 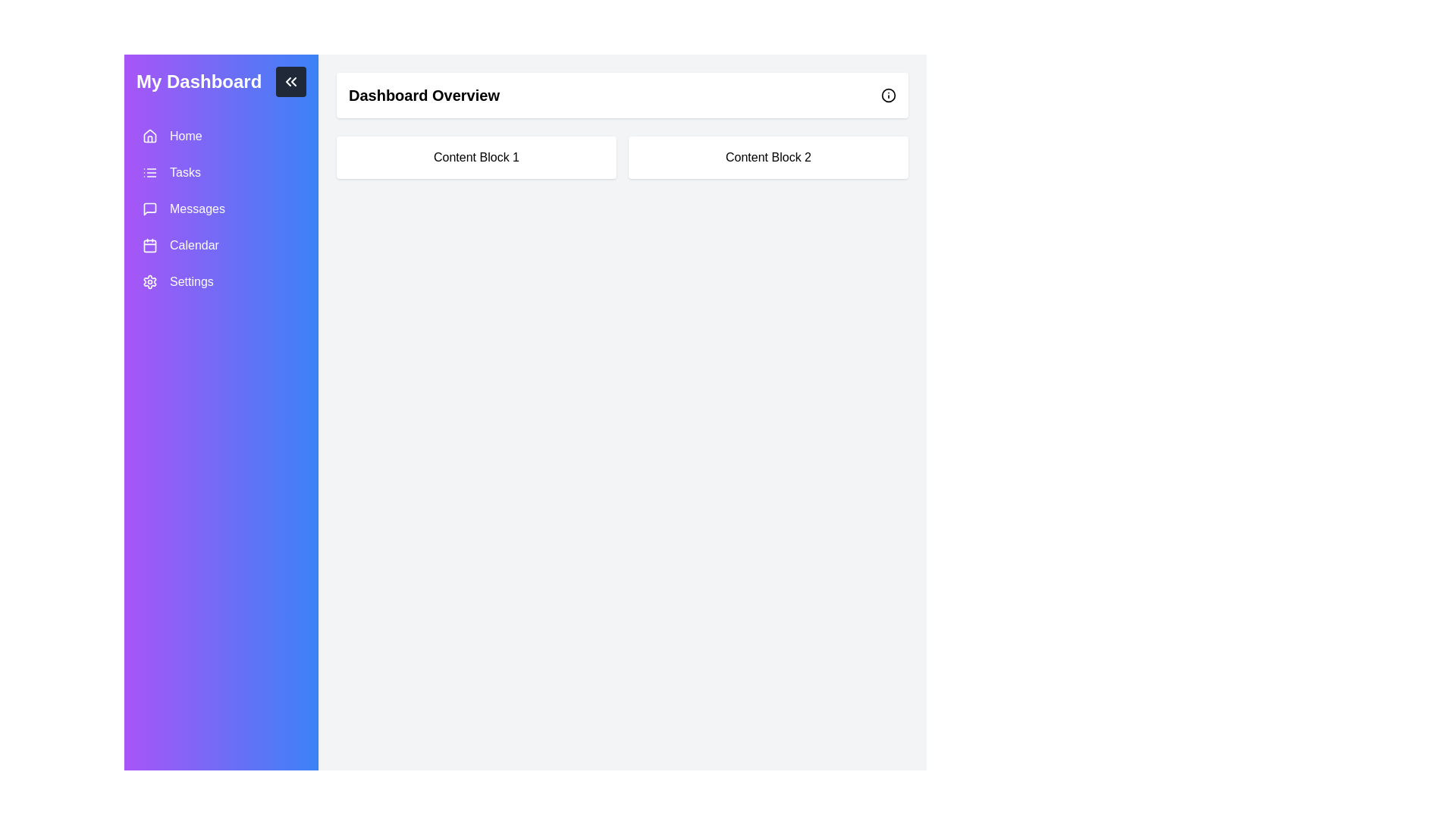 I want to click on the messaging icon located in the left vertical navigation menu, positioned between the 'Tasks' and 'Calendar' menu items, so click(x=149, y=209).